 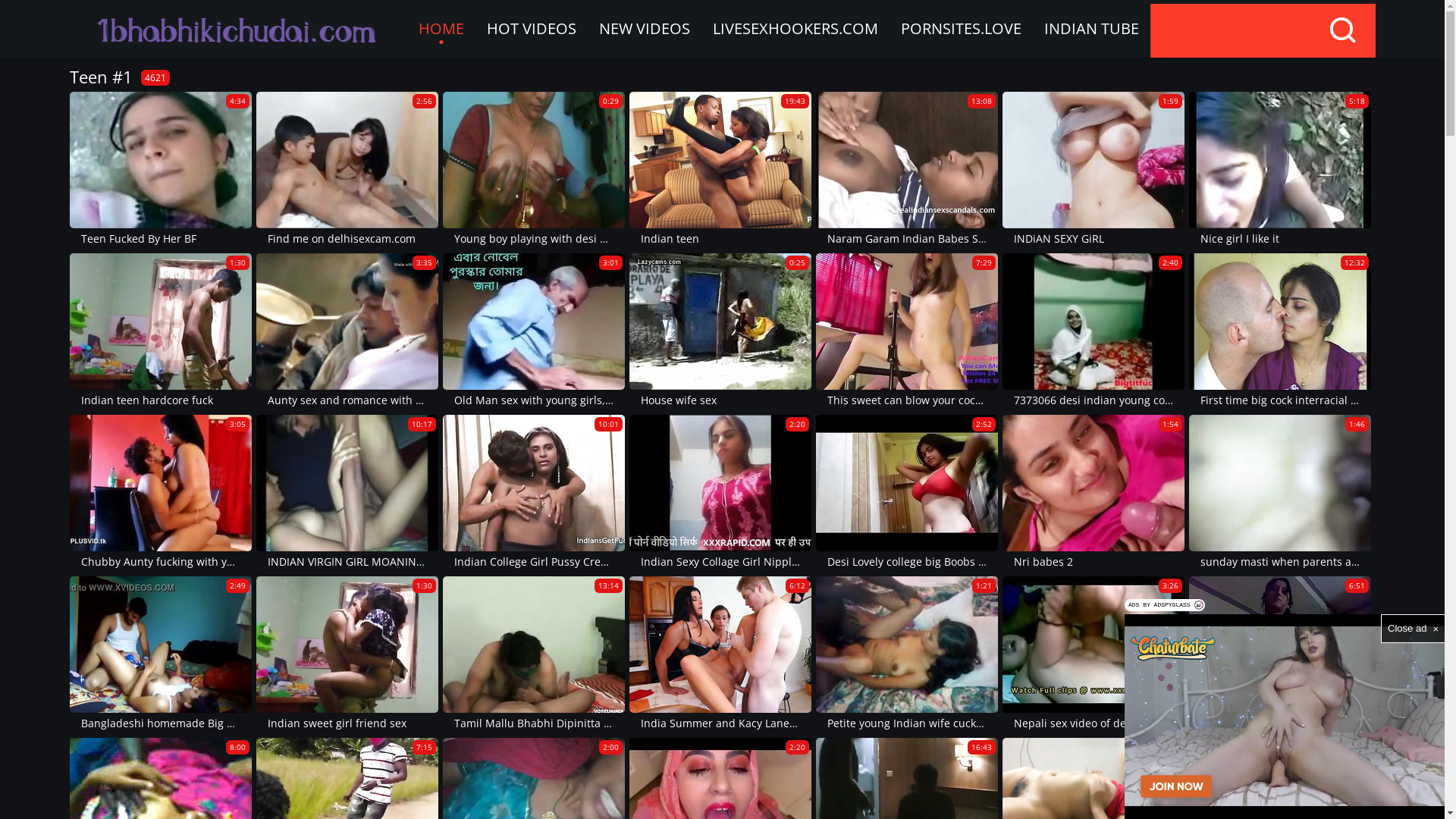 What do you see at coordinates (160, 331) in the screenshot?
I see `'1:30` at bounding box center [160, 331].